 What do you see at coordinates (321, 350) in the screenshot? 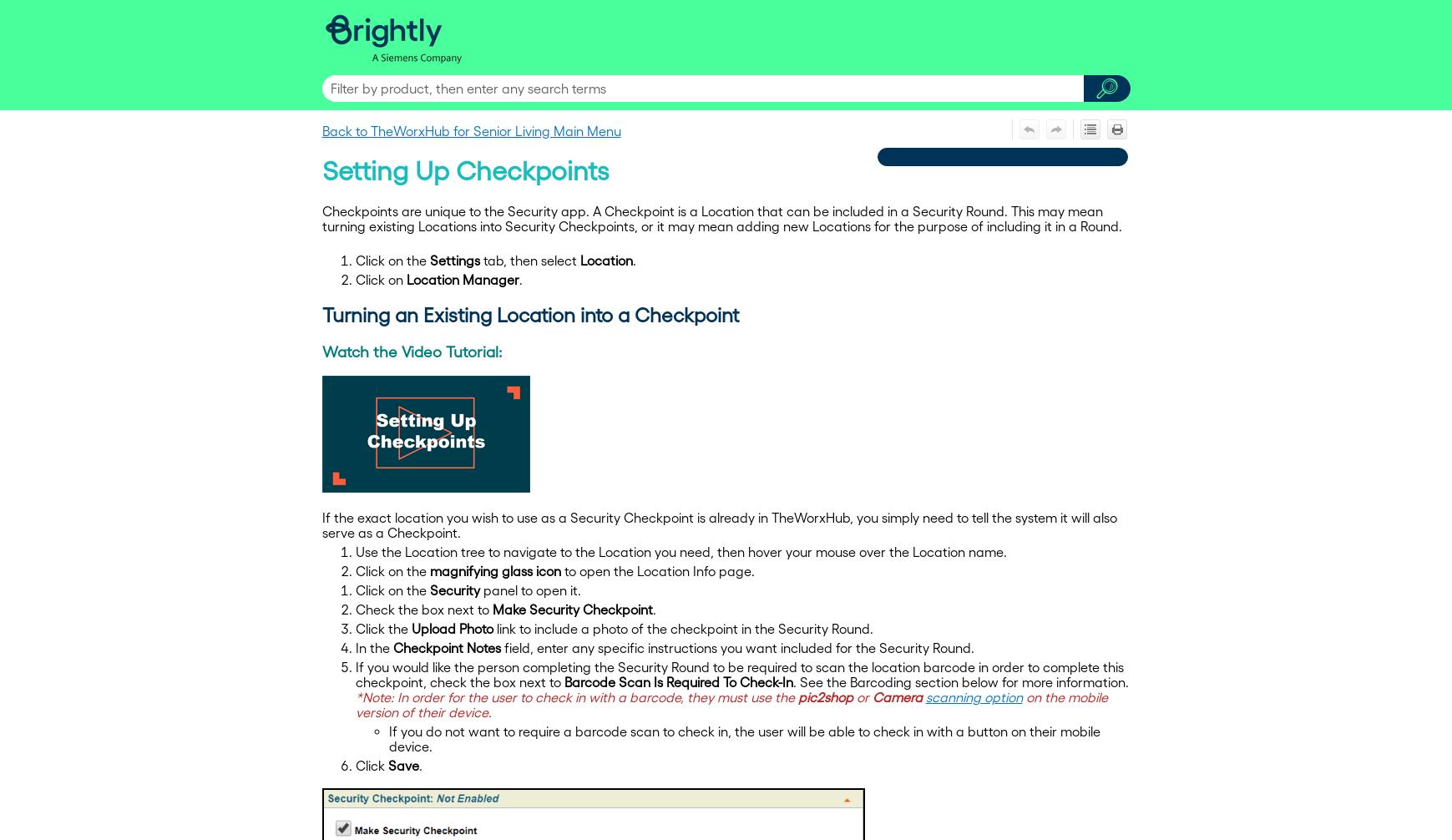
I see `'Watch the Video Tutorial:'` at bounding box center [321, 350].